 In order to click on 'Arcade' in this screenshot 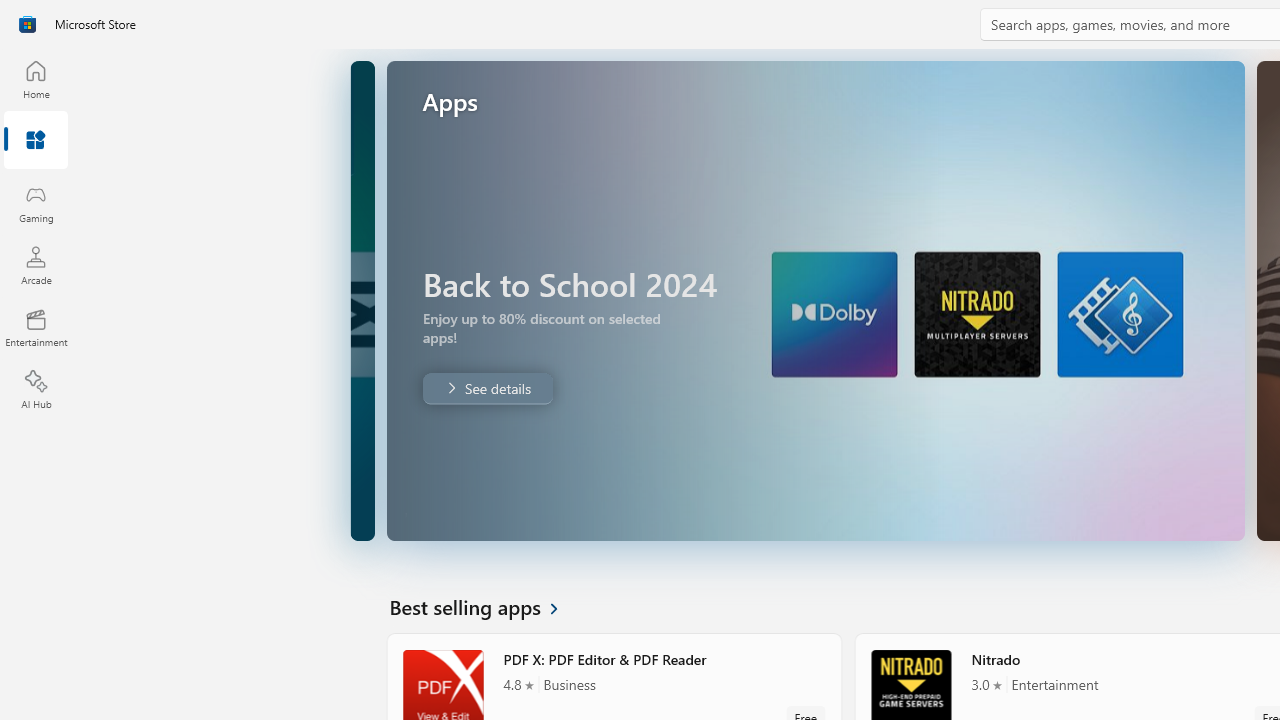, I will do `click(35, 264)`.